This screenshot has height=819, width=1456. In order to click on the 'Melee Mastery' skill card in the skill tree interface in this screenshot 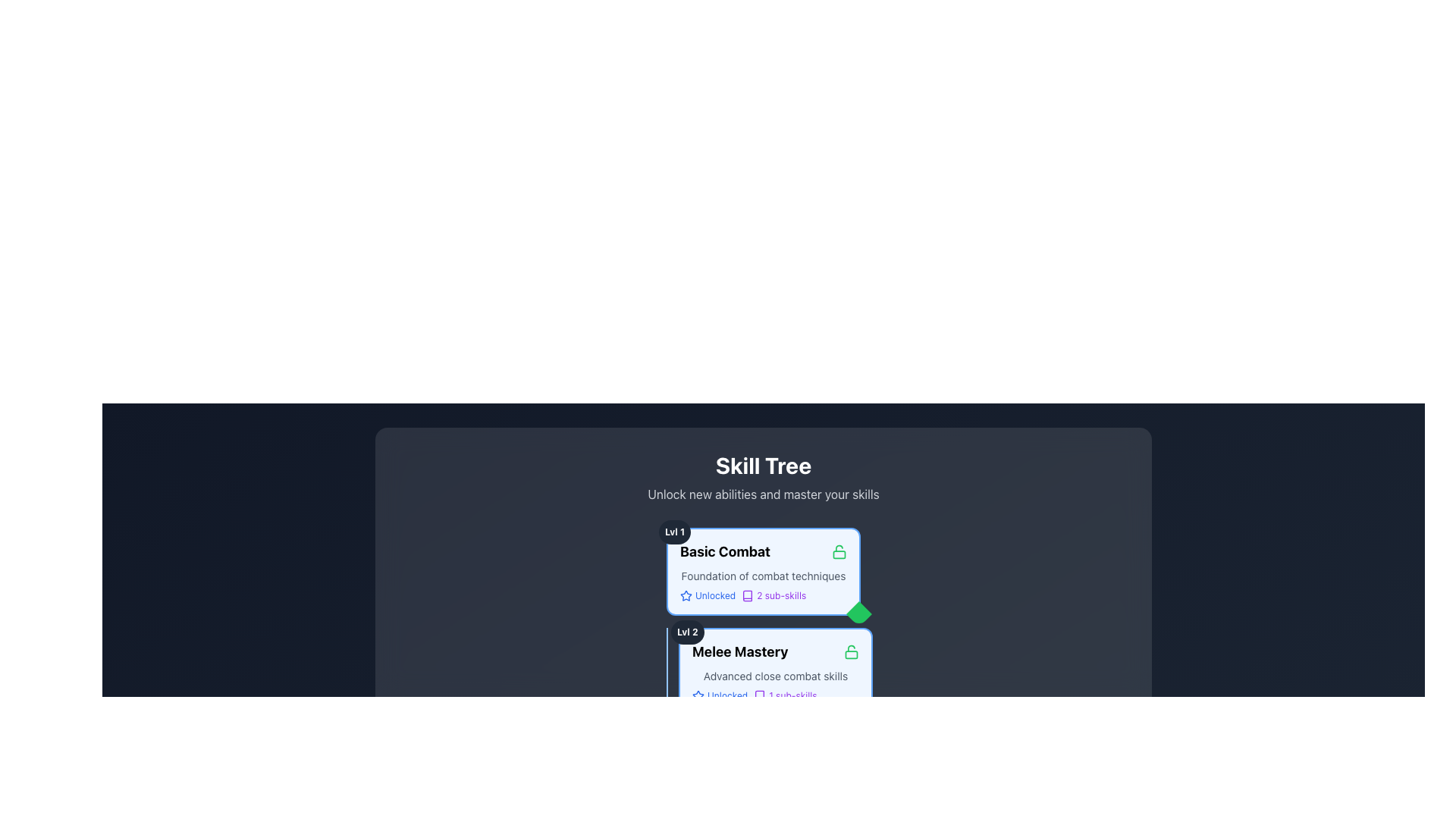, I will do `click(775, 671)`.